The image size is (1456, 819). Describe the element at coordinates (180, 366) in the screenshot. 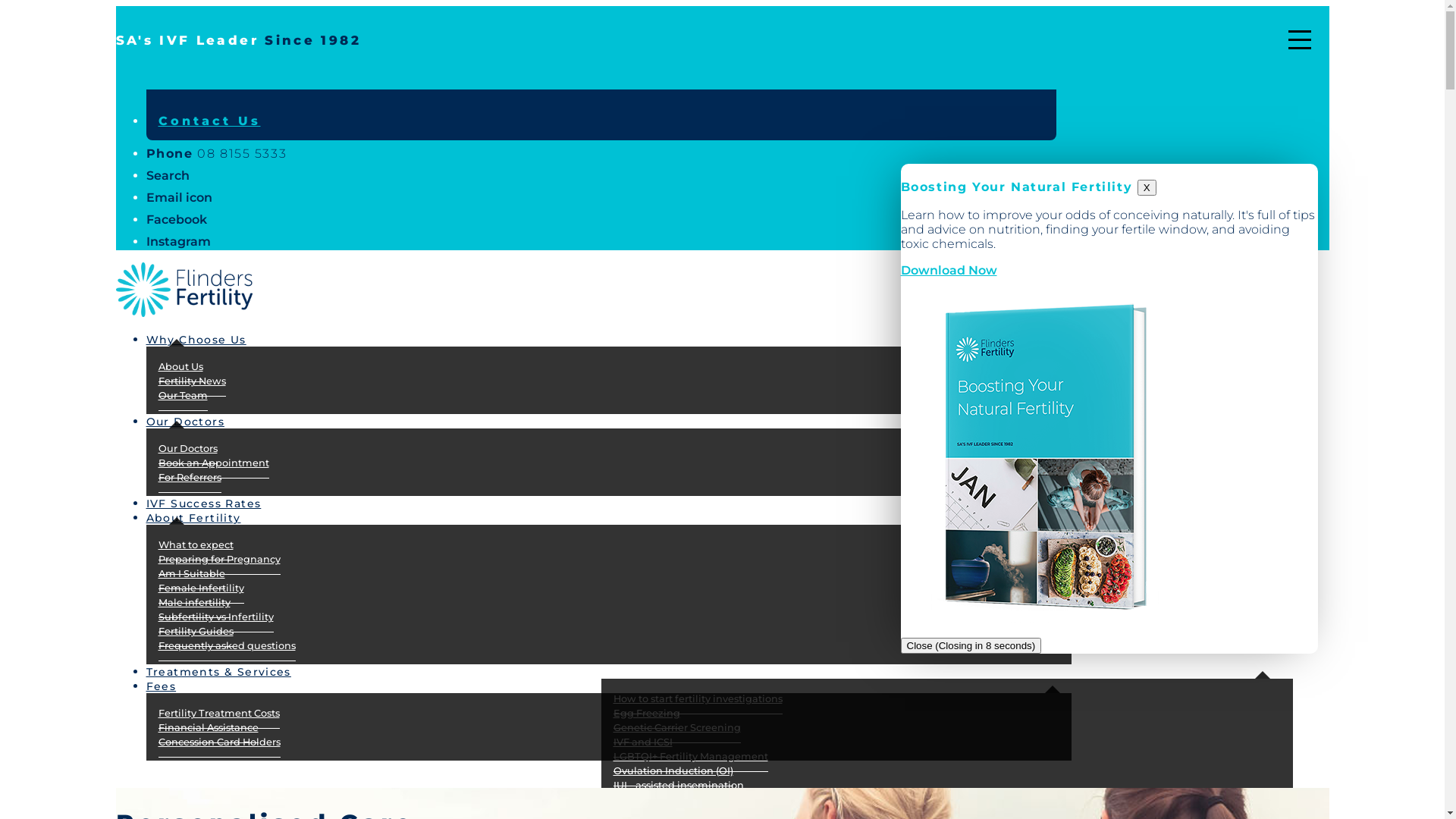

I see `'About Us'` at that location.